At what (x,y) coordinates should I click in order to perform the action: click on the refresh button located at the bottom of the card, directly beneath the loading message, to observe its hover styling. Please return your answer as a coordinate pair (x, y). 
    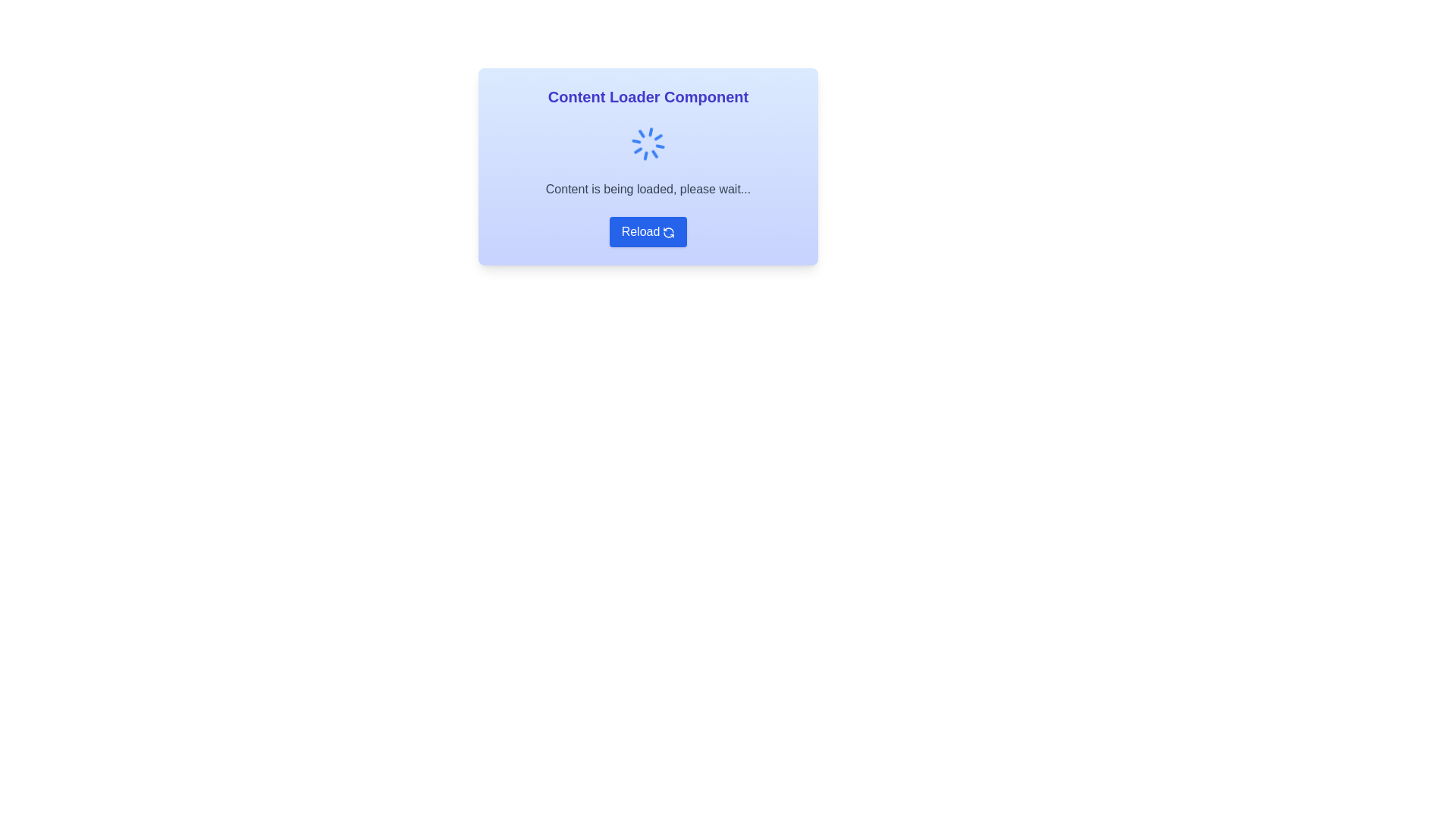
    Looking at the image, I should click on (648, 231).